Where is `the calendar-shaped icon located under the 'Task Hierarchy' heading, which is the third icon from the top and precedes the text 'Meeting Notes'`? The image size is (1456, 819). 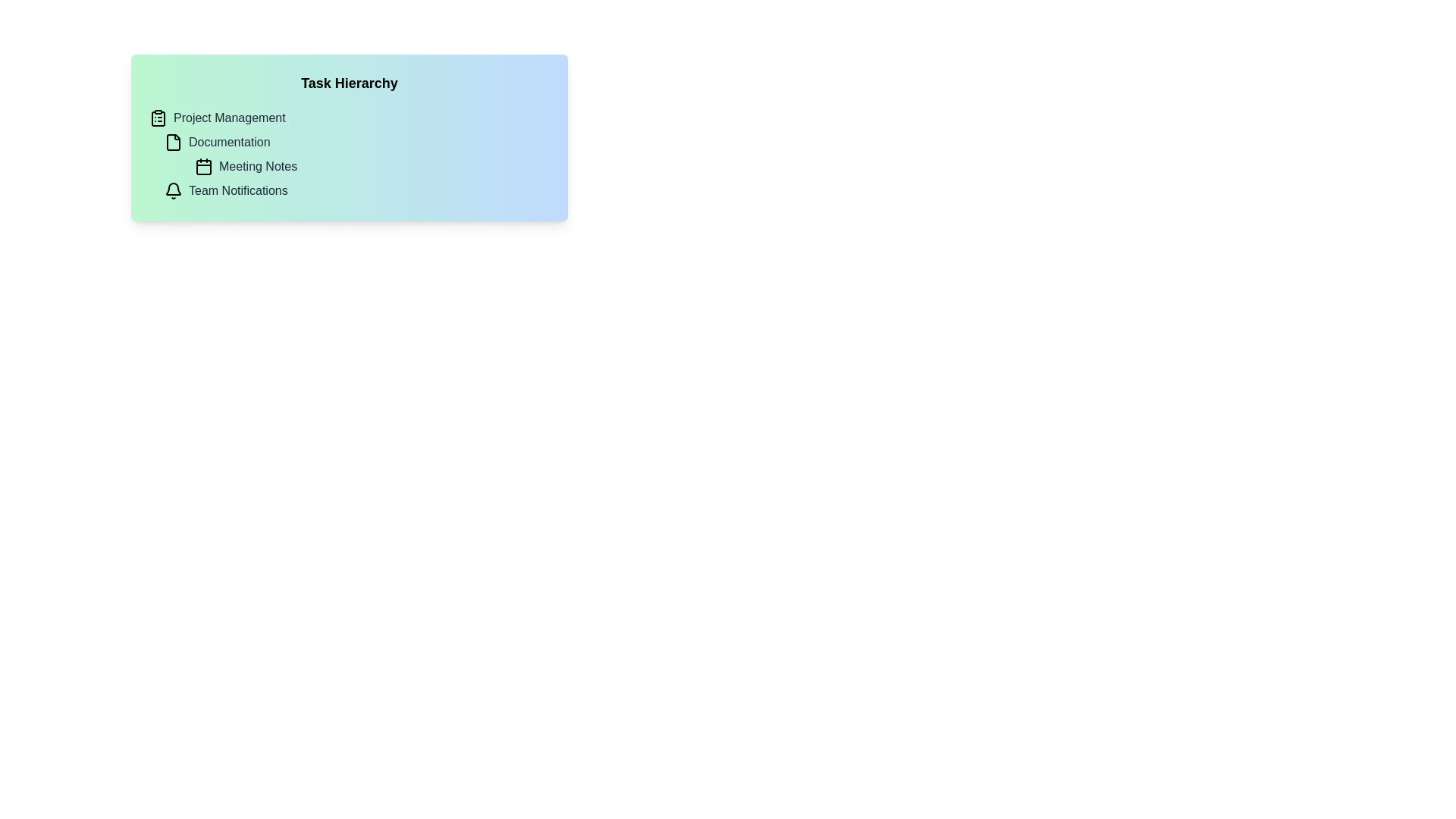 the calendar-shaped icon located under the 'Task Hierarchy' heading, which is the third icon from the top and precedes the text 'Meeting Notes' is located at coordinates (202, 166).